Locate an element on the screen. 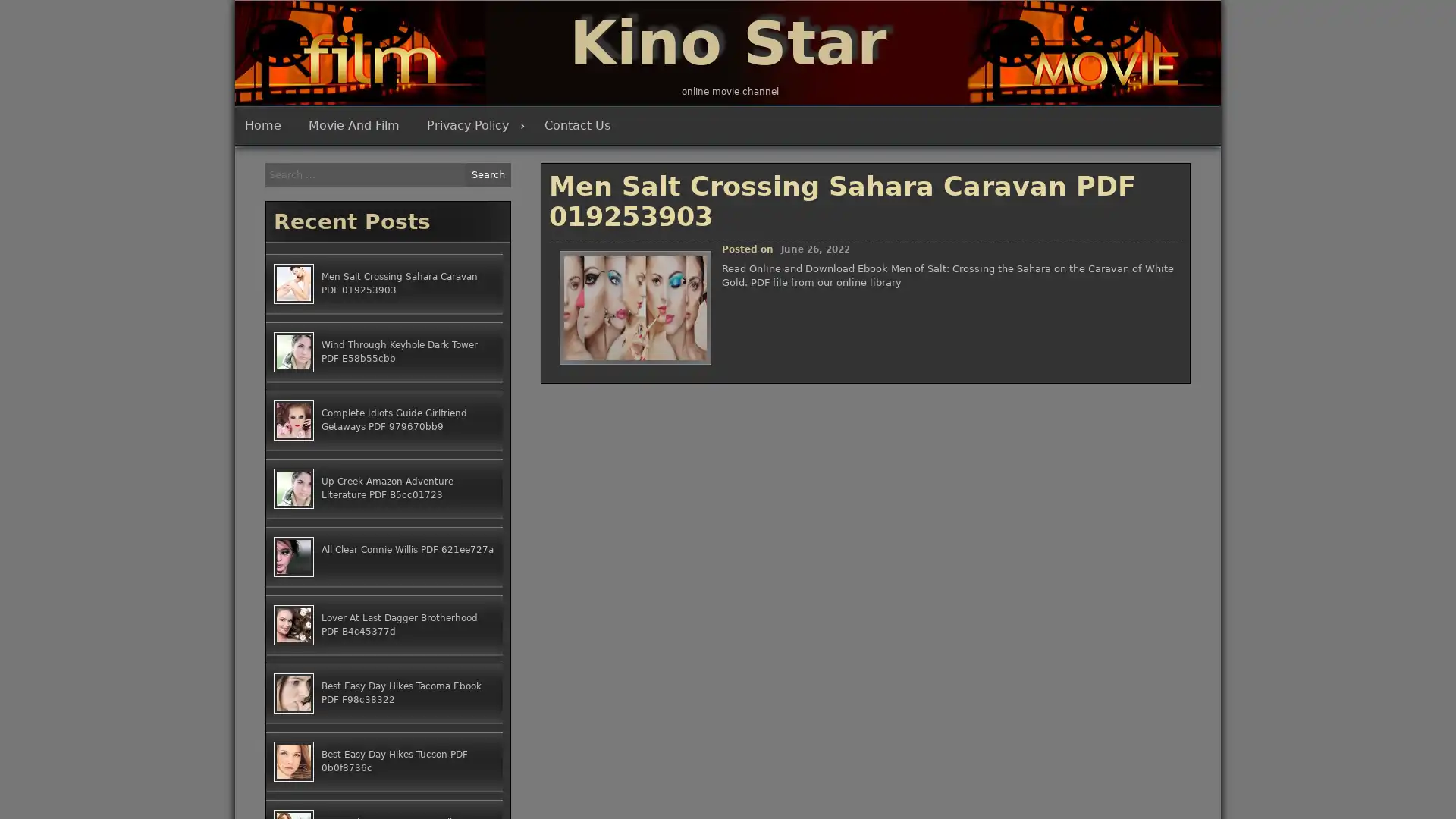  Search is located at coordinates (488, 174).